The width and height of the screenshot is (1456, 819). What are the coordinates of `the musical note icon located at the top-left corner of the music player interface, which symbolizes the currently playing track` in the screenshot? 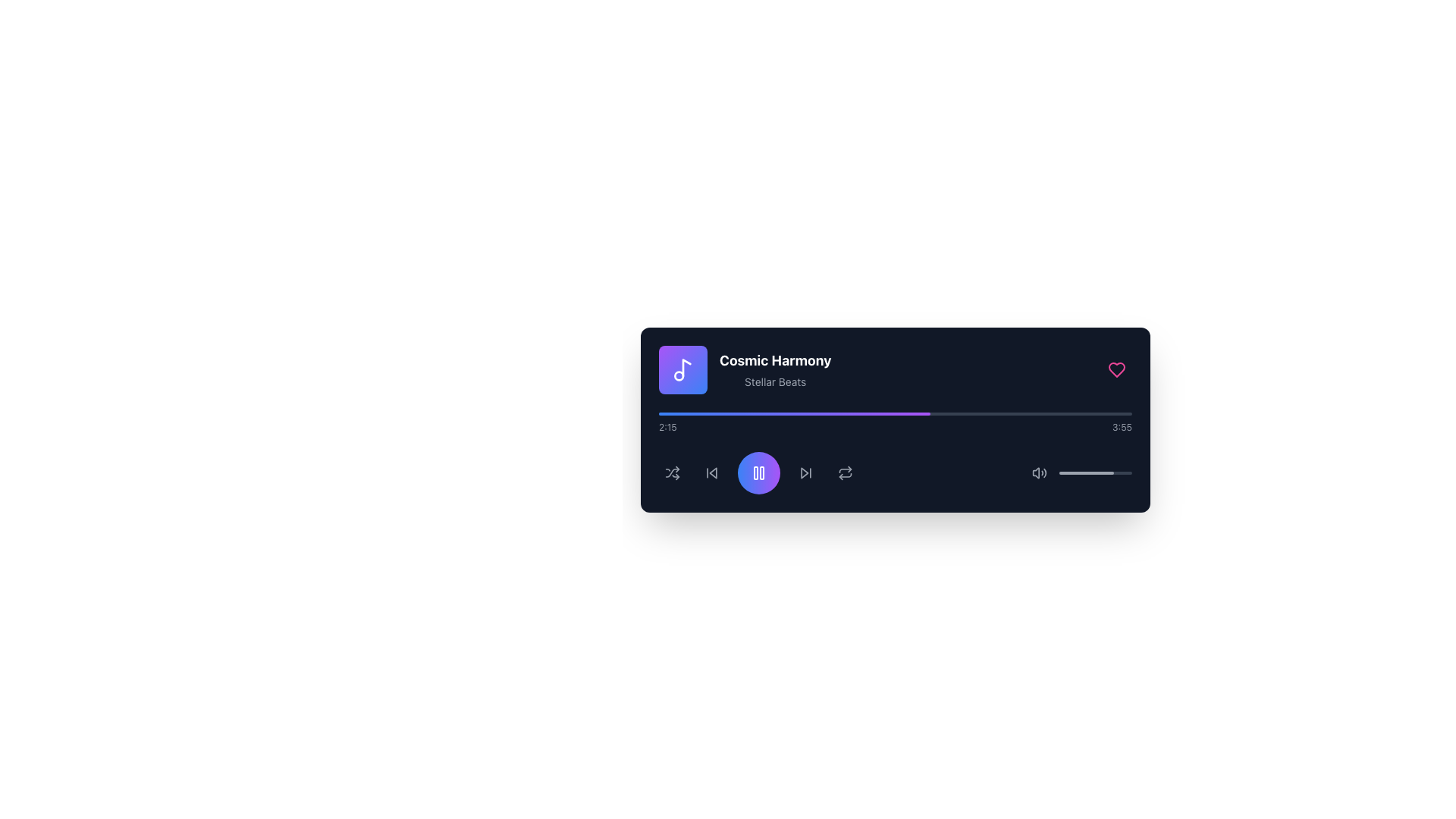 It's located at (682, 370).